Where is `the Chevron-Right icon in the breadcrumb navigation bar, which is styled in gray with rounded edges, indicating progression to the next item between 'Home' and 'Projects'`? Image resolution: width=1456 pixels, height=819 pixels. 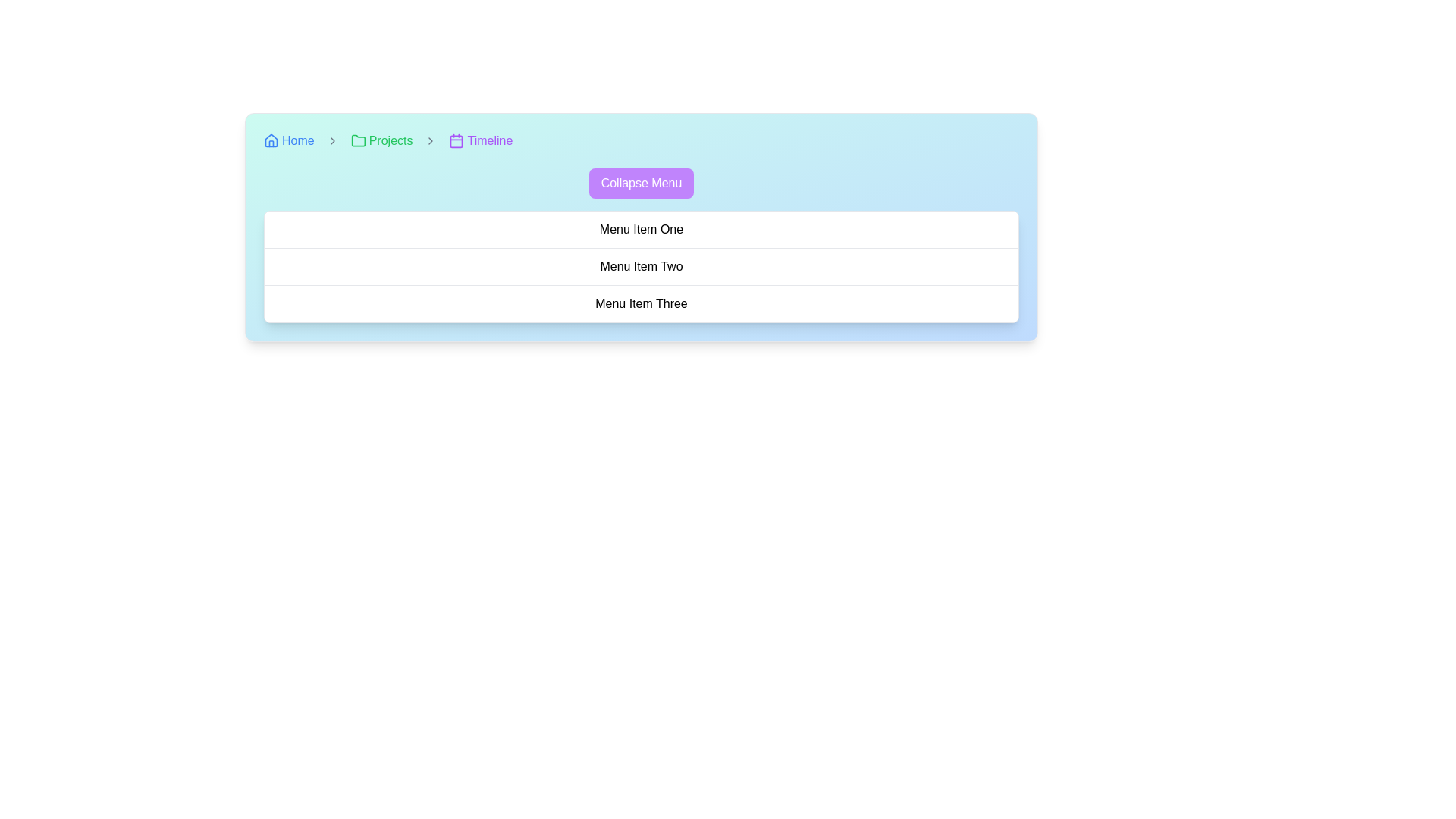
the Chevron-Right icon in the breadcrumb navigation bar, which is styled in gray with rounded edges, indicating progression to the next item between 'Home' and 'Projects' is located at coordinates (331, 140).